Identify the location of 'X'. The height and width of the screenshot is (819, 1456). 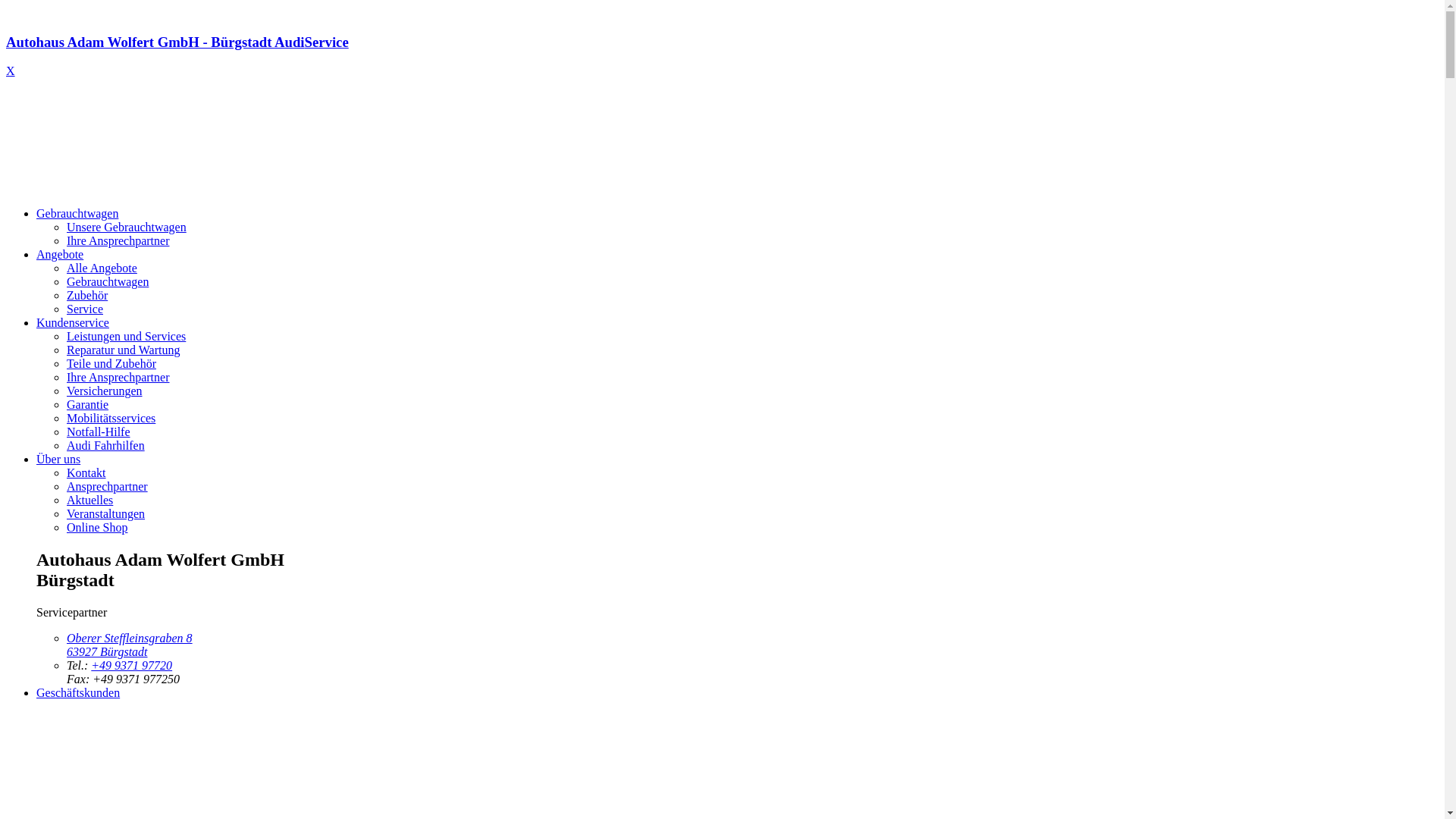
(11, 71).